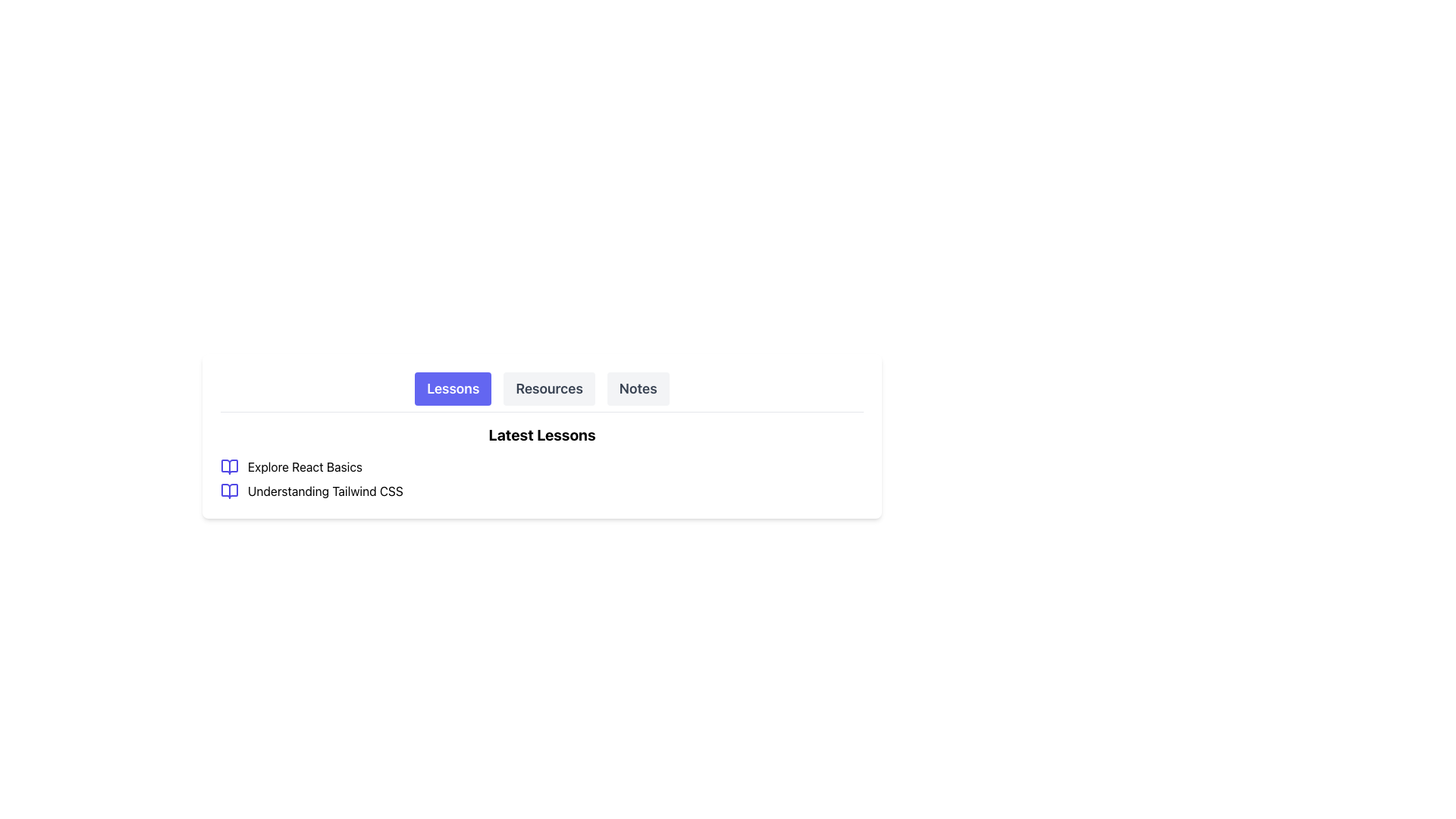  Describe the element at coordinates (304, 466) in the screenshot. I see `the text label reading 'Explore React Basics' in the 'Latest Lessons' section` at that location.